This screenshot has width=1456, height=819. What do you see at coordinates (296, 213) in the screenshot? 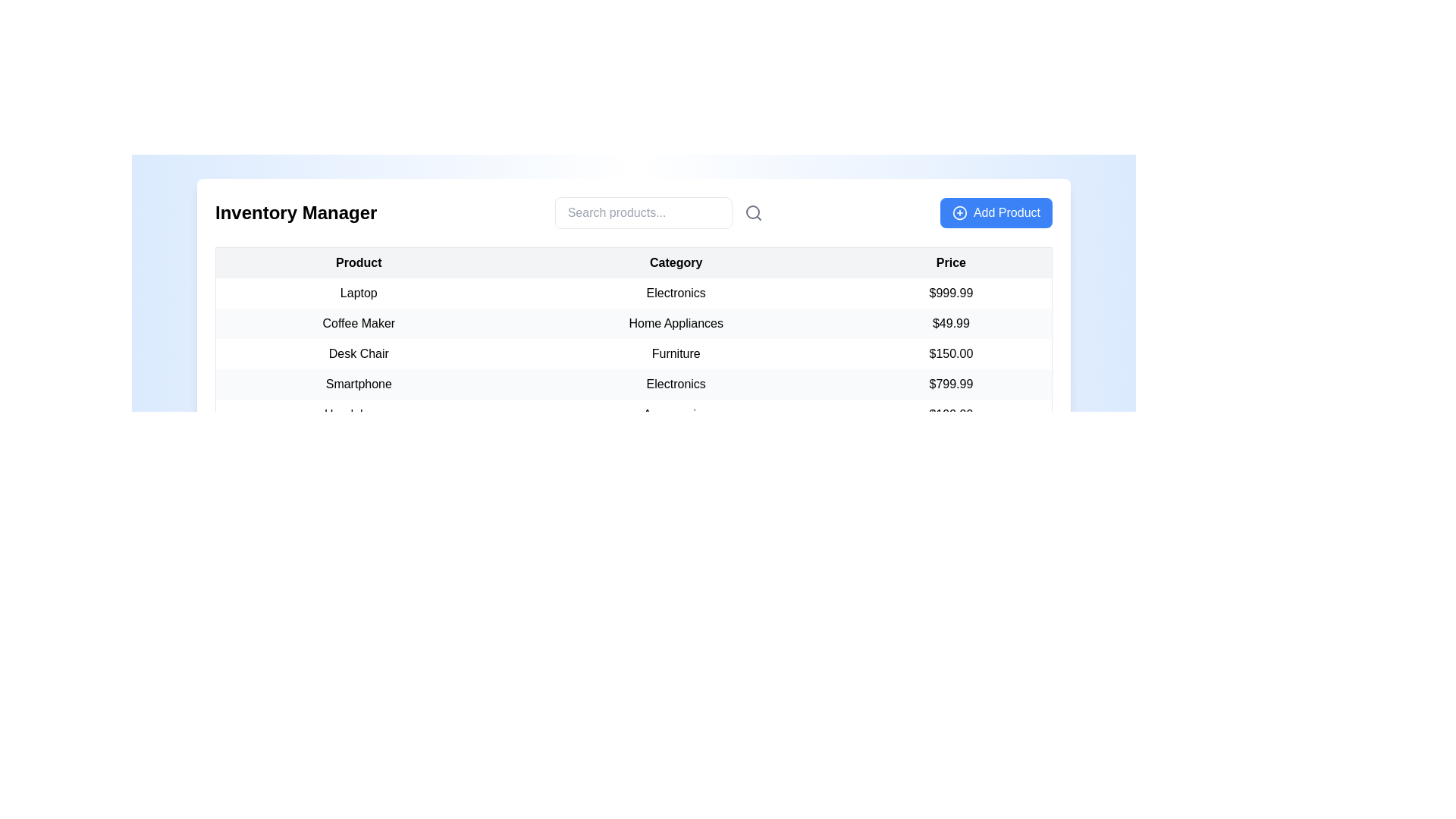
I see `the Text Label located at the top-left corner of the inventory management section, which serves as a title or header for the page` at bounding box center [296, 213].